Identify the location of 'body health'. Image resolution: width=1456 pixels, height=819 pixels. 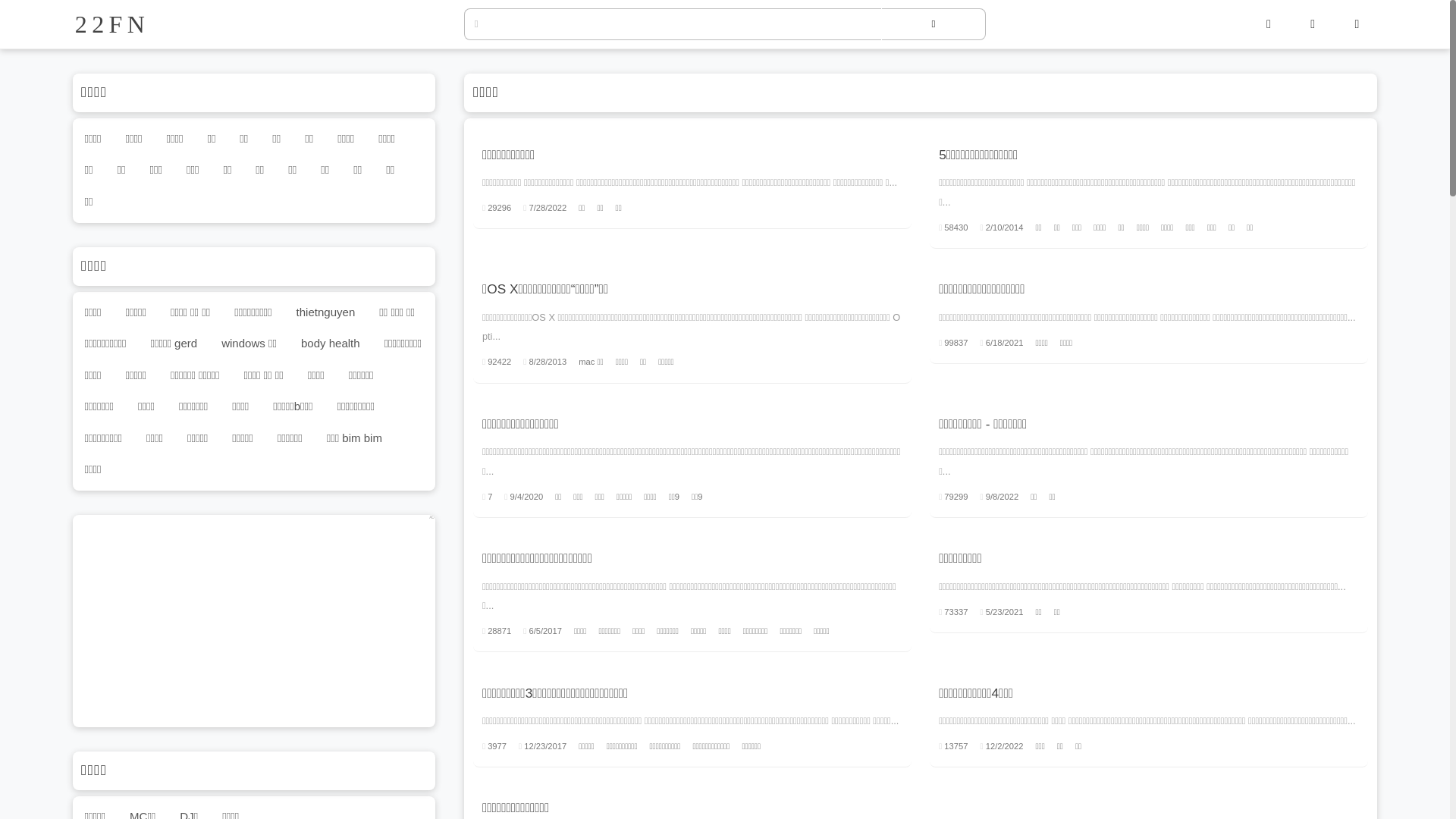
(329, 344).